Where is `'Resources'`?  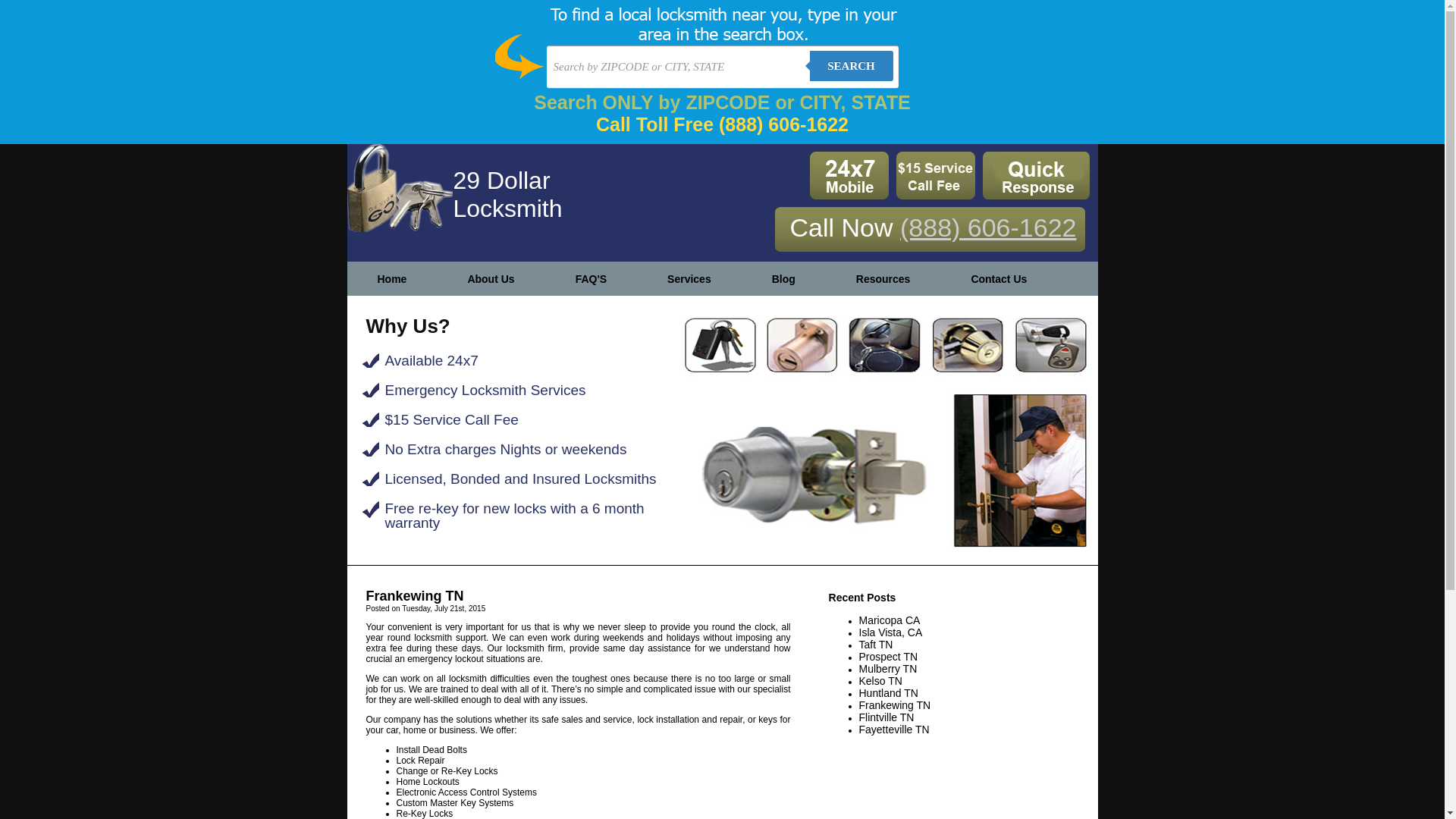 'Resources' is located at coordinates (883, 278).